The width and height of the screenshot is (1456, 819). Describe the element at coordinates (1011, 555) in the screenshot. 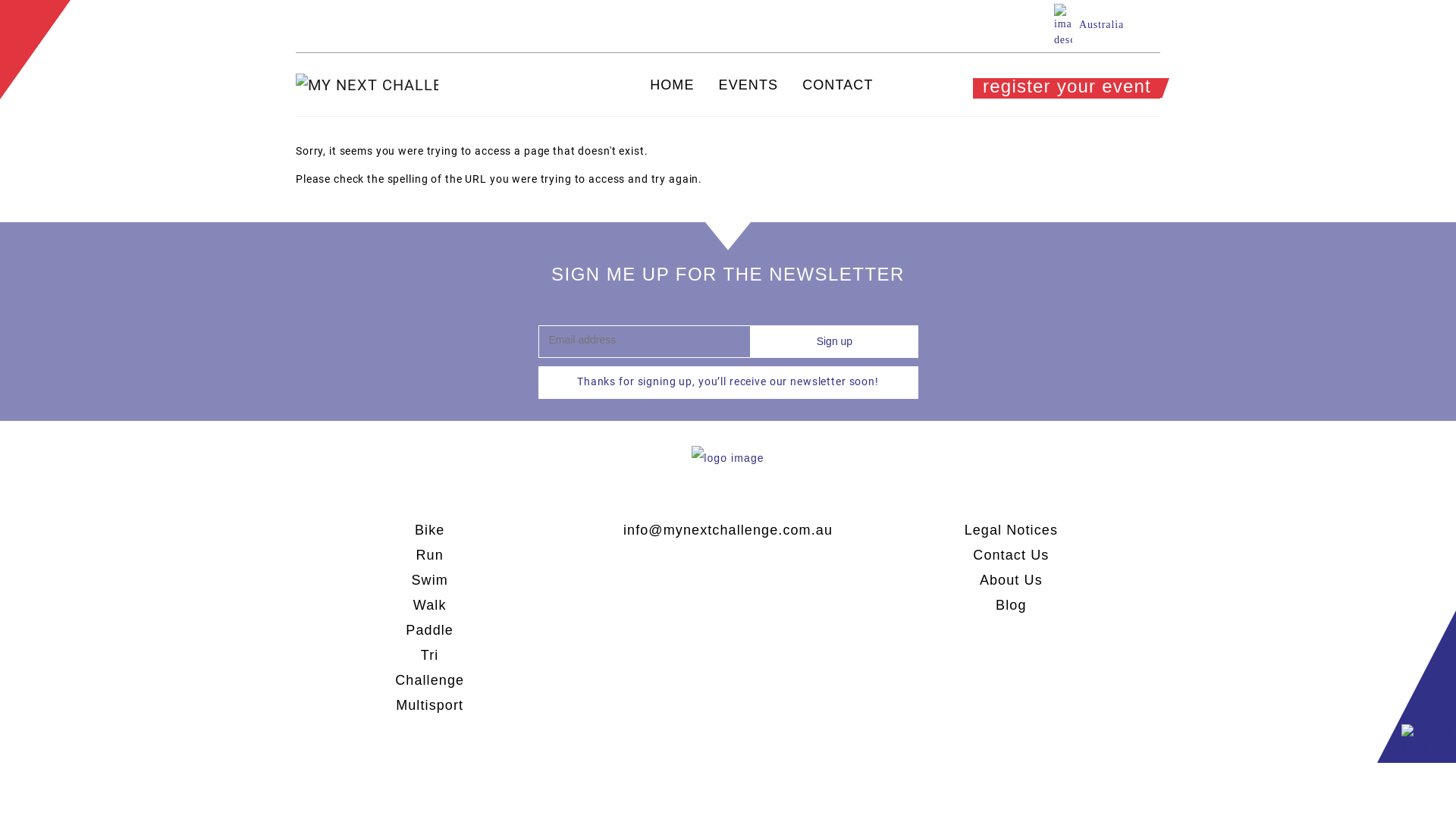

I see `'Contact Us'` at that location.